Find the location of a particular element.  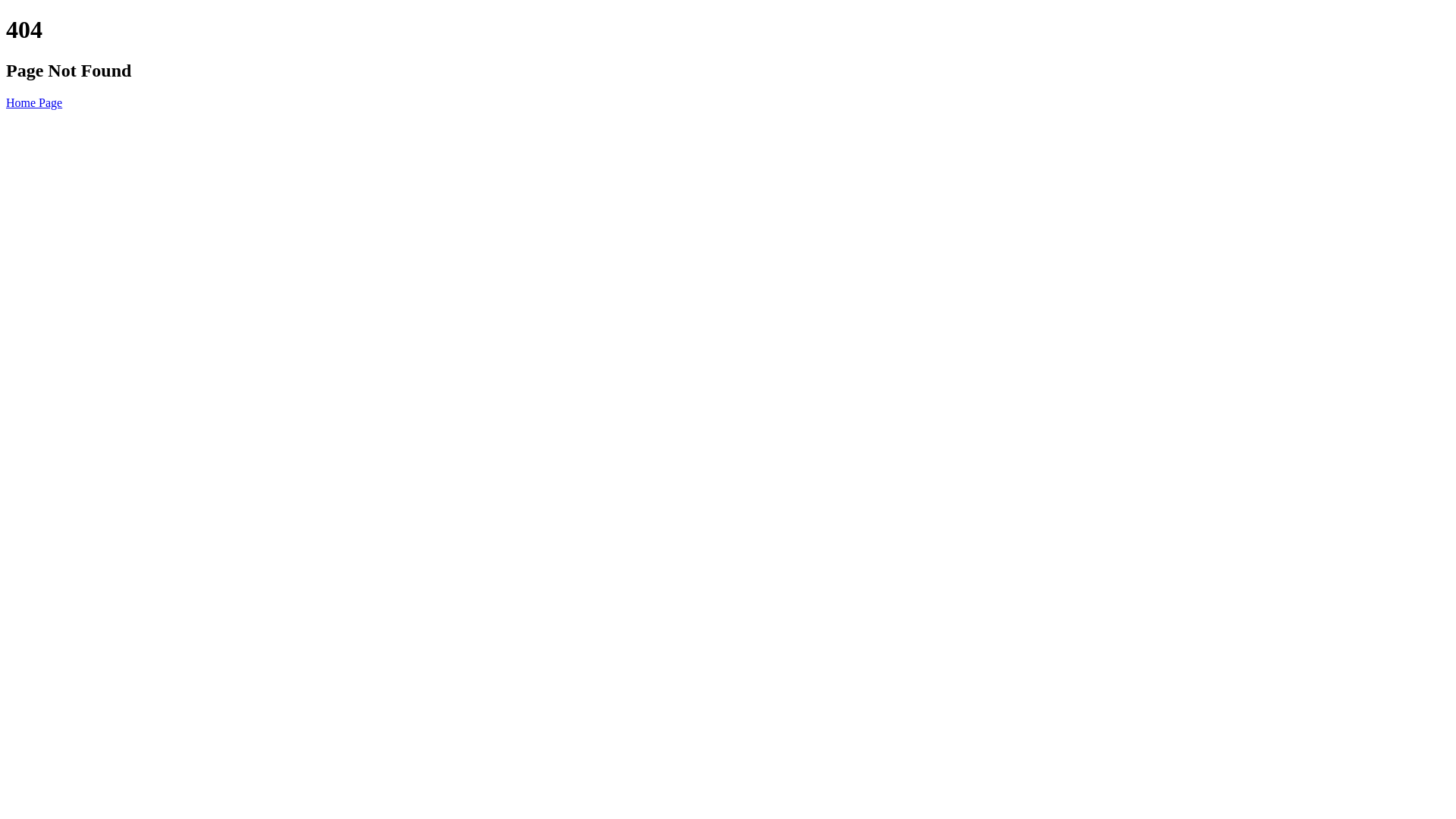

'Home Page' is located at coordinates (6, 102).